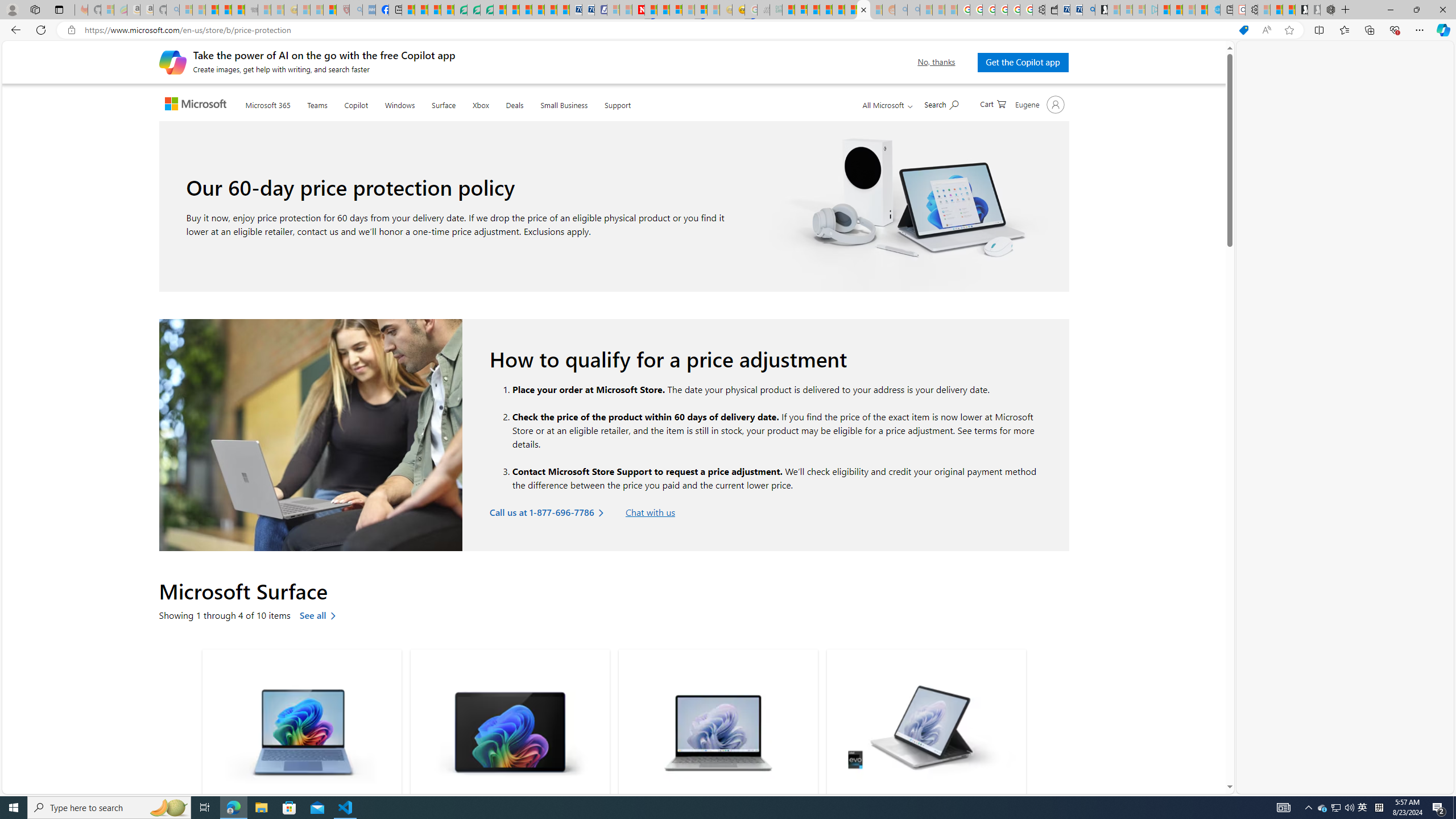  Describe the element at coordinates (775, 9) in the screenshot. I see `'DITOGAMES AG Imprint - Sleeping'` at that location.